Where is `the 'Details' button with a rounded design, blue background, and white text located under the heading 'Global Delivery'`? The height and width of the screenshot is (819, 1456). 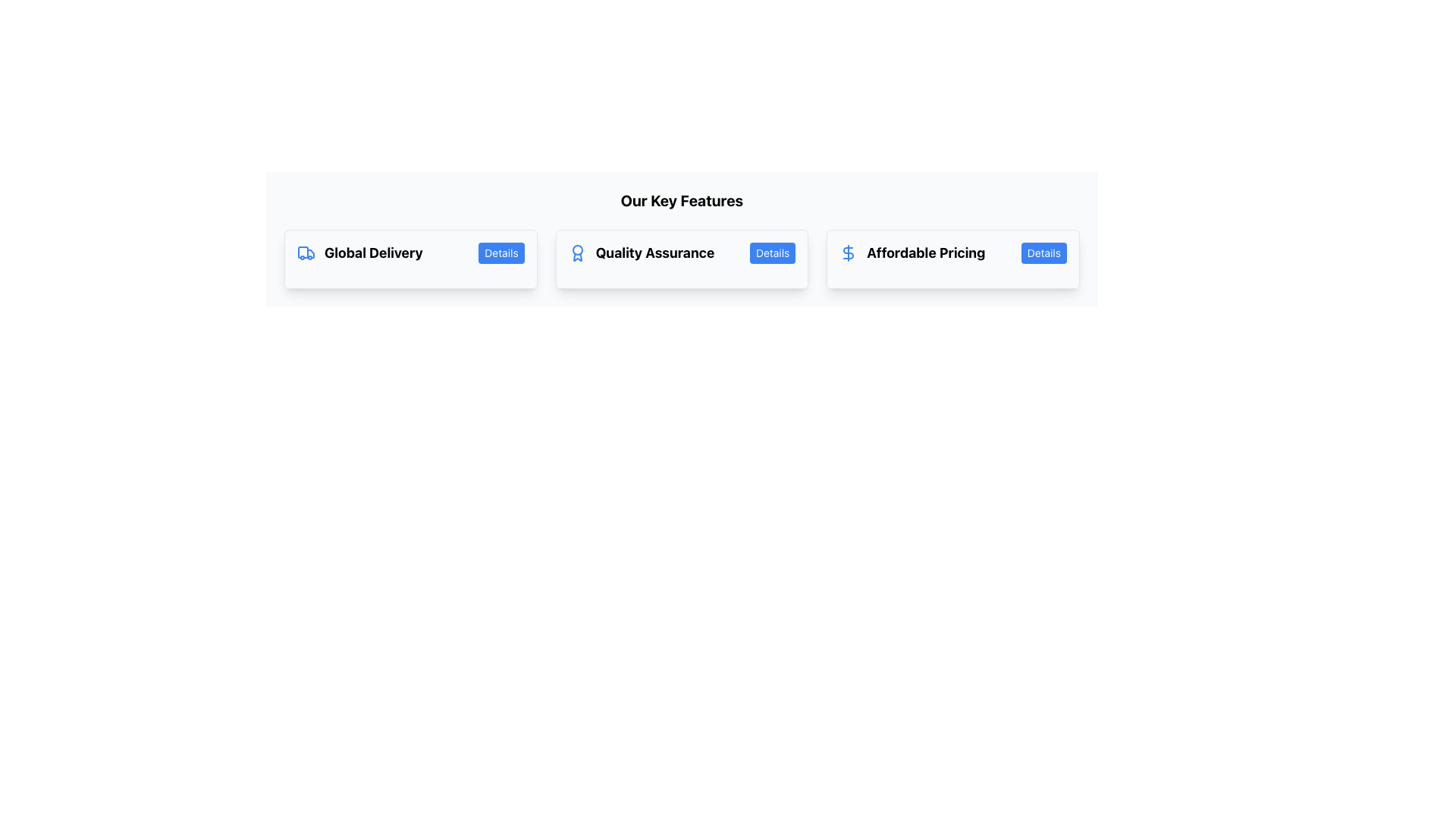 the 'Details' button with a rounded design, blue background, and white text located under the heading 'Global Delivery' is located at coordinates (501, 253).